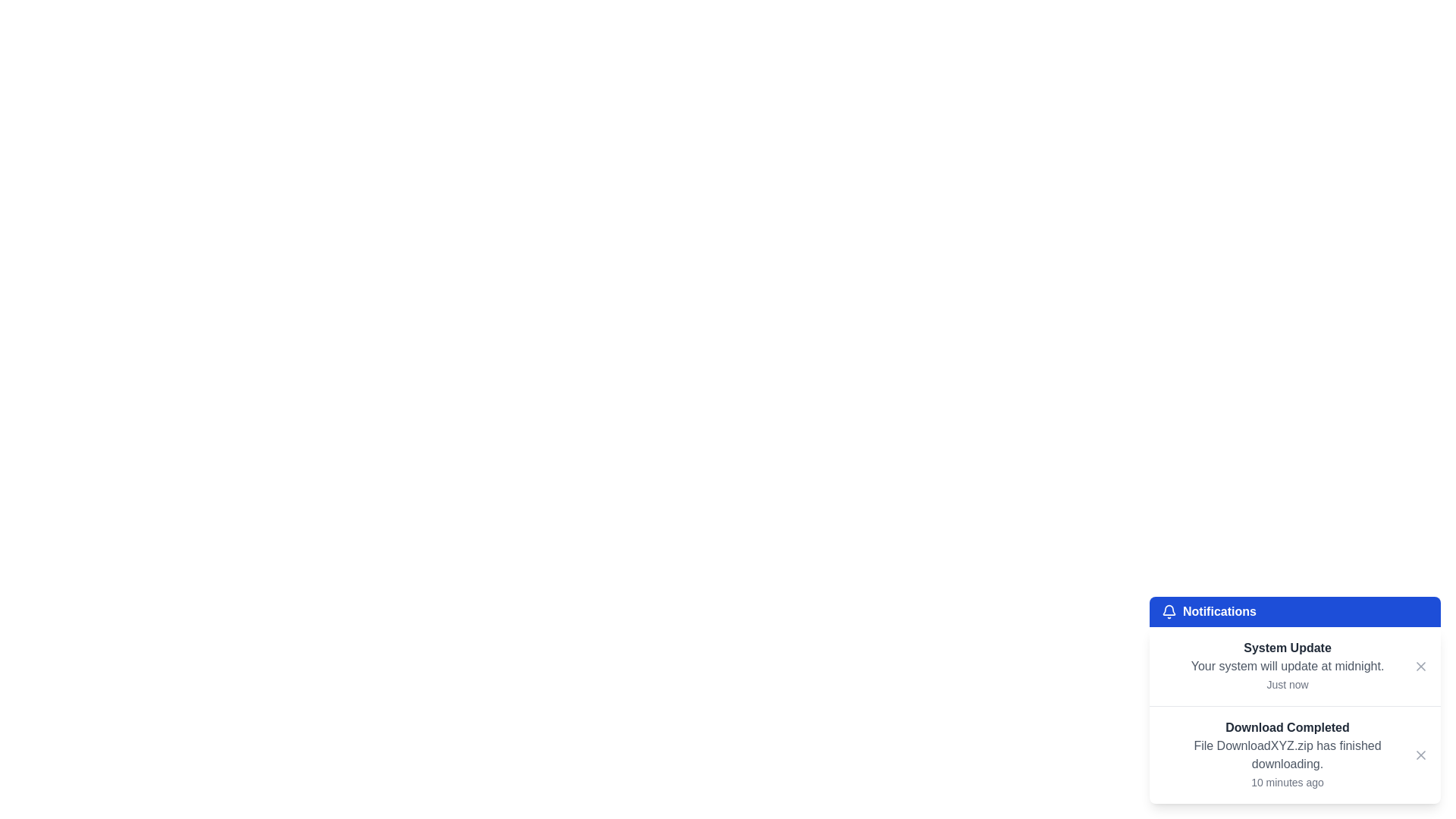  What do you see at coordinates (1287, 666) in the screenshot?
I see `notification about the system update scheduled at midnight from the top of the Notifications list` at bounding box center [1287, 666].